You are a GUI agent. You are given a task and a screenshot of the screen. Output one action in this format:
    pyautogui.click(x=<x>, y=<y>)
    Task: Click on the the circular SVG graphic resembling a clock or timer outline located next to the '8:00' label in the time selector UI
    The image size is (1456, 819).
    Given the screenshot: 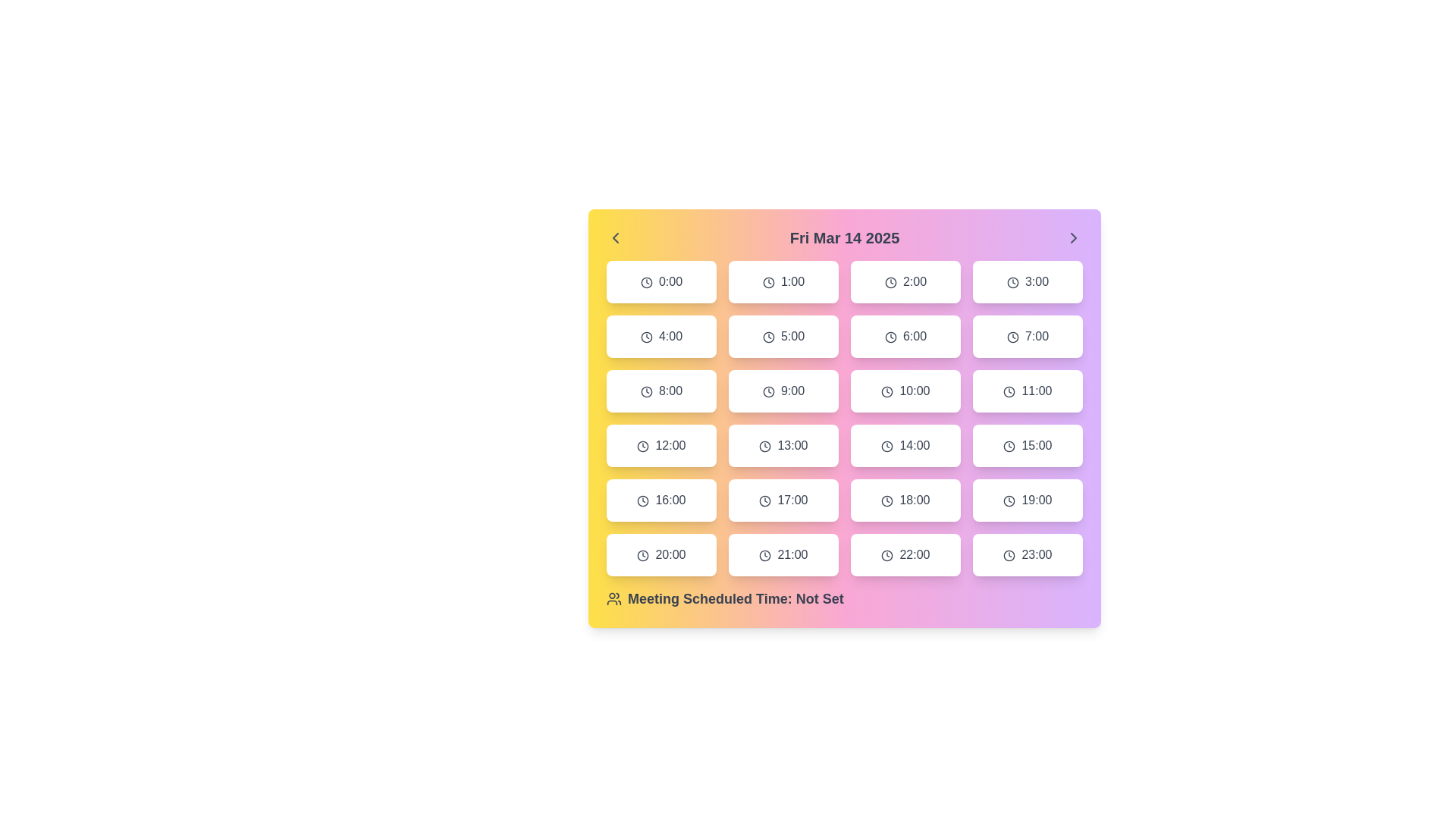 What is the action you would take?
    pyautogui.click(x=646, y=391)
    